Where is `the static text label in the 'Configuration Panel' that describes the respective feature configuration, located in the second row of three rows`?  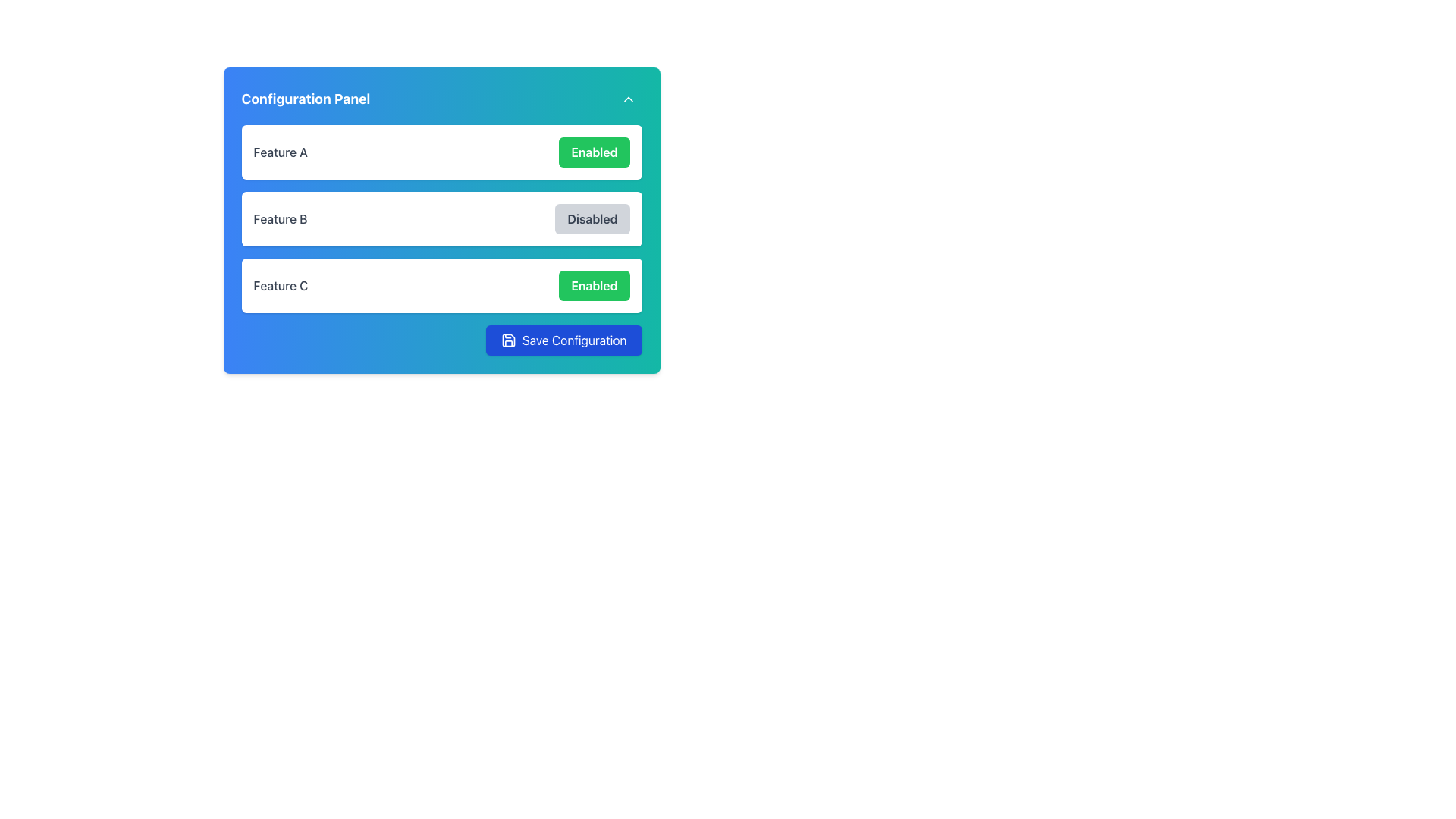 the static text label in the 'Configuration Panel' that describes the respective feature configuration, located in the second row of three rows is located at coordinates (280, 219).